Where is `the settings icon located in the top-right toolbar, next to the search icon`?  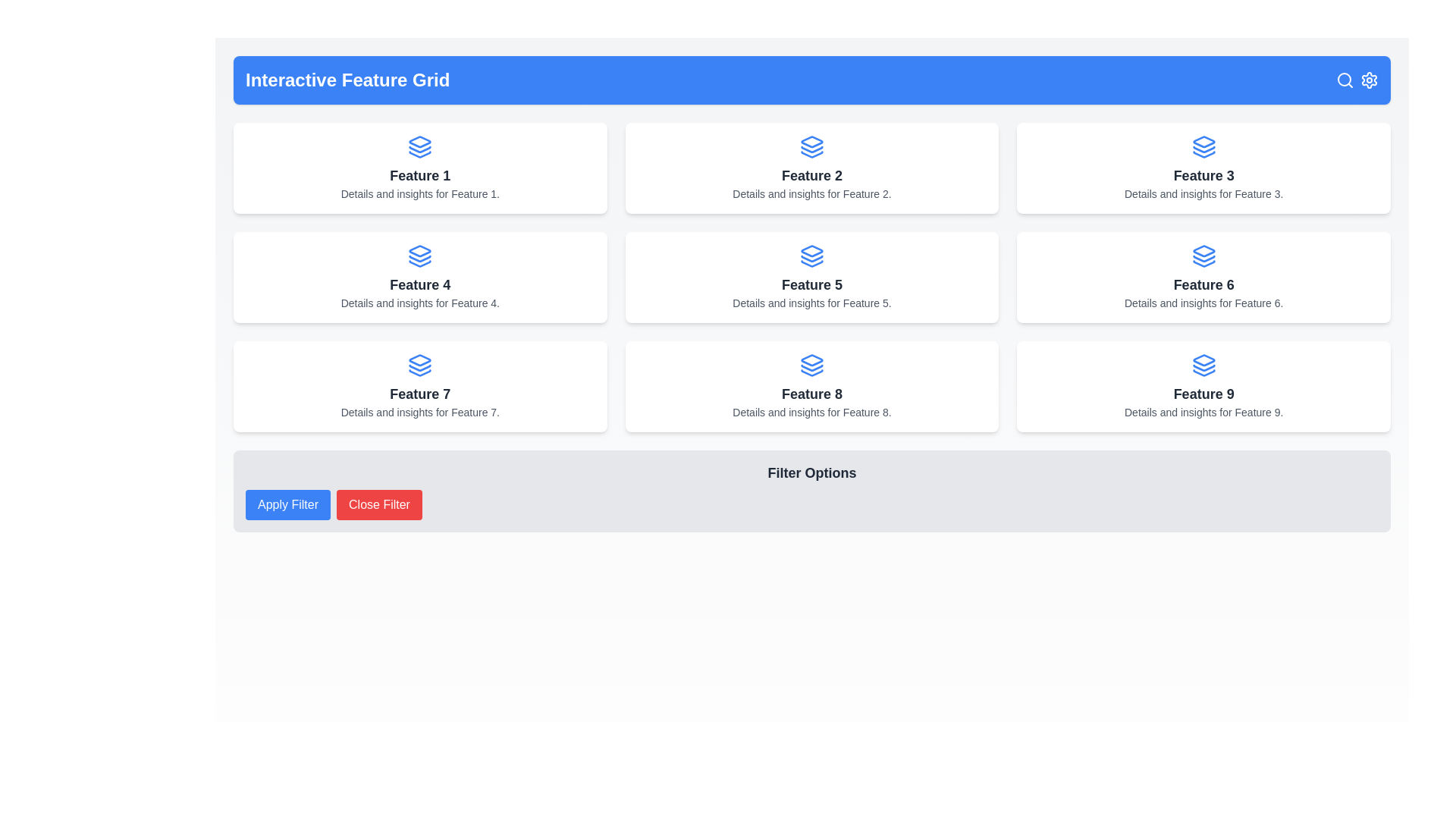 the settings icon located in the top-right toolbar, next to the search icon is located at coordinates (1369, 80).